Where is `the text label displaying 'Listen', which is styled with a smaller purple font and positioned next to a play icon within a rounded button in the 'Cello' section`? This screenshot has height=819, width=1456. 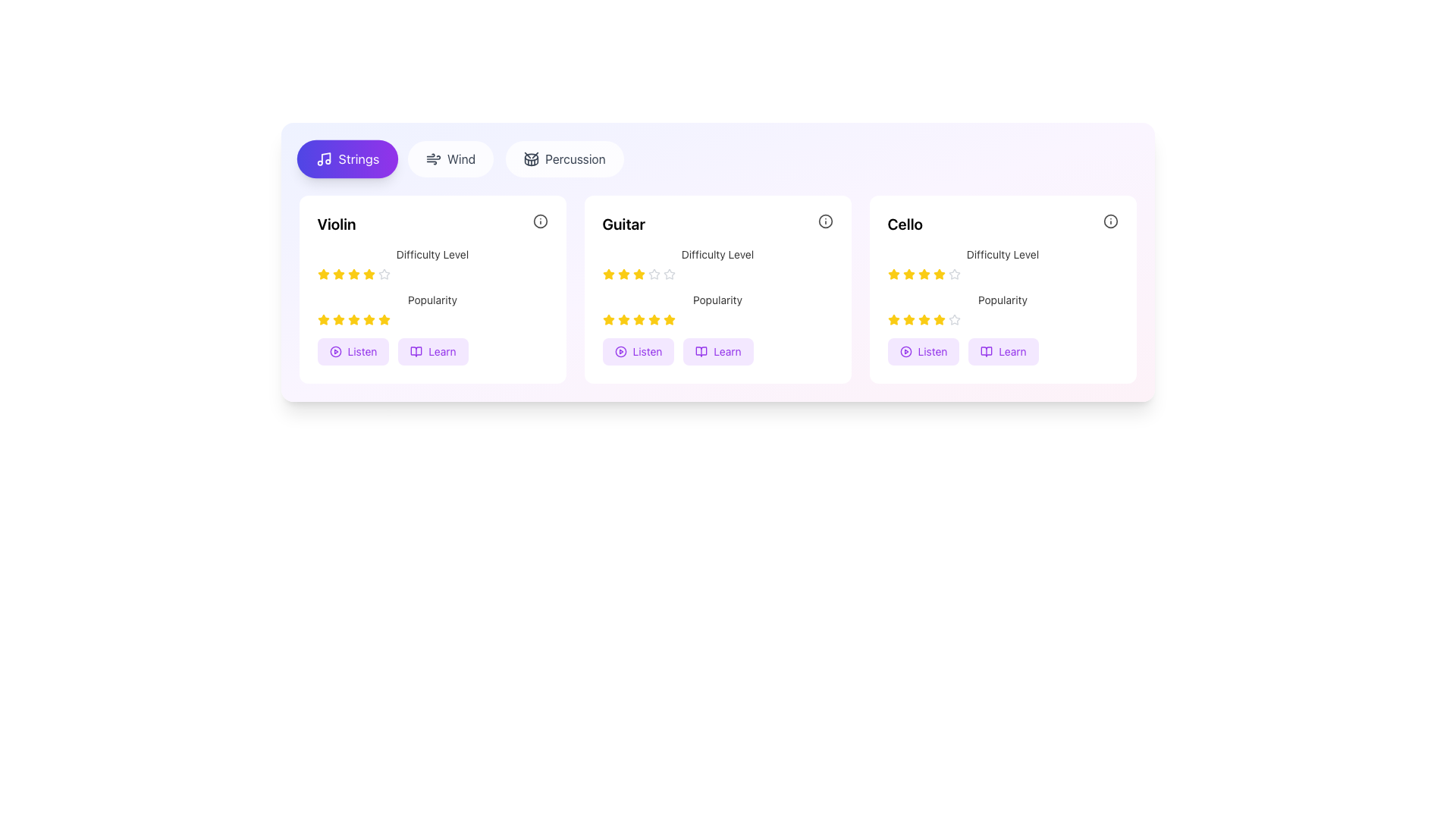 the text label displaying 'Listen', which is styled with a smaller purple font and positioned next to a play icon within a rounded button in the 'Cello' section is located at coordinates (931, 351).